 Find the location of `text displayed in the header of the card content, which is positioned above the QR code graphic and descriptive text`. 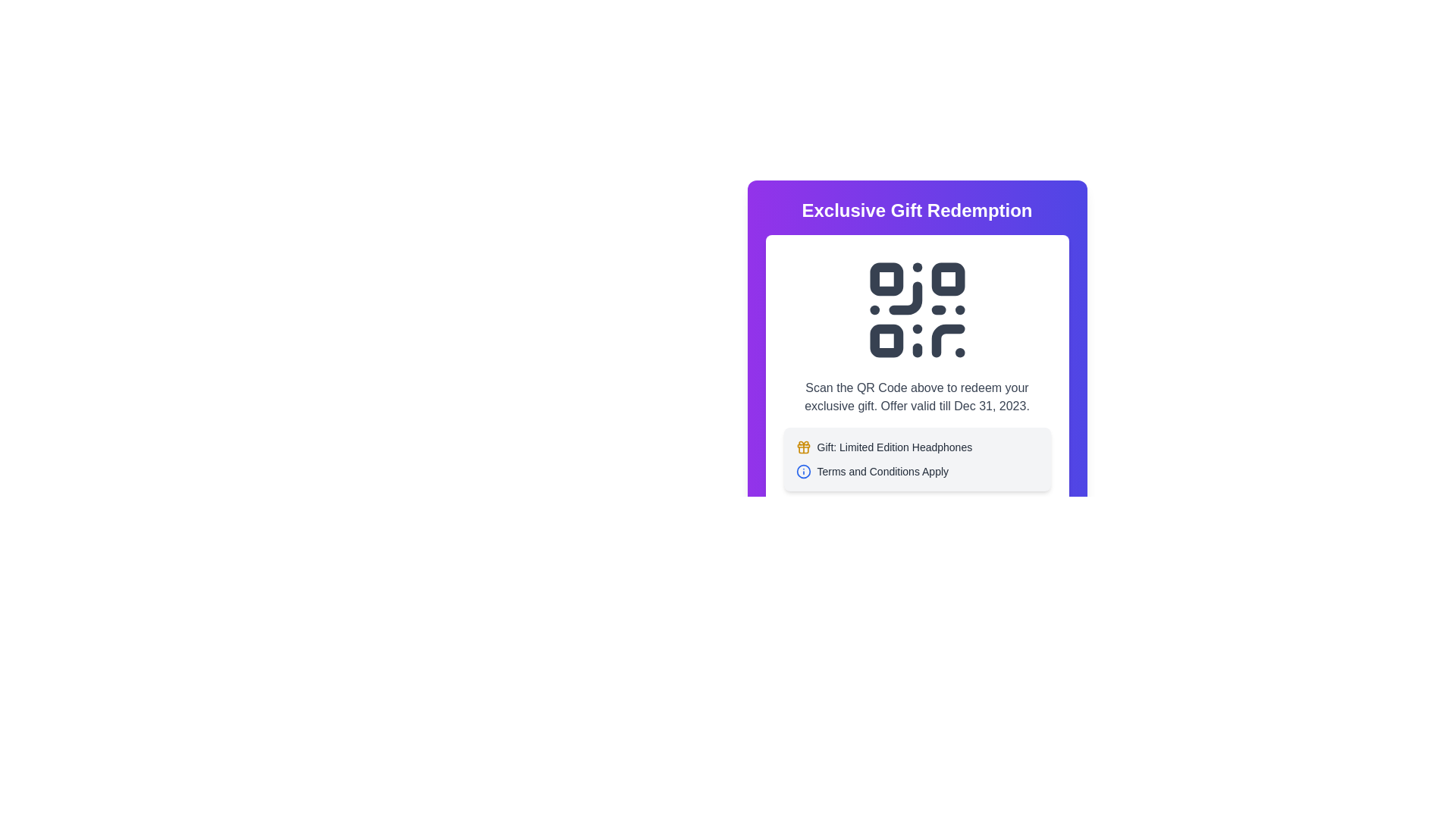

text displayed in the header of the card content, which is positioned above the QR code graphic and descriptive text is located at coordinates (916, 210).